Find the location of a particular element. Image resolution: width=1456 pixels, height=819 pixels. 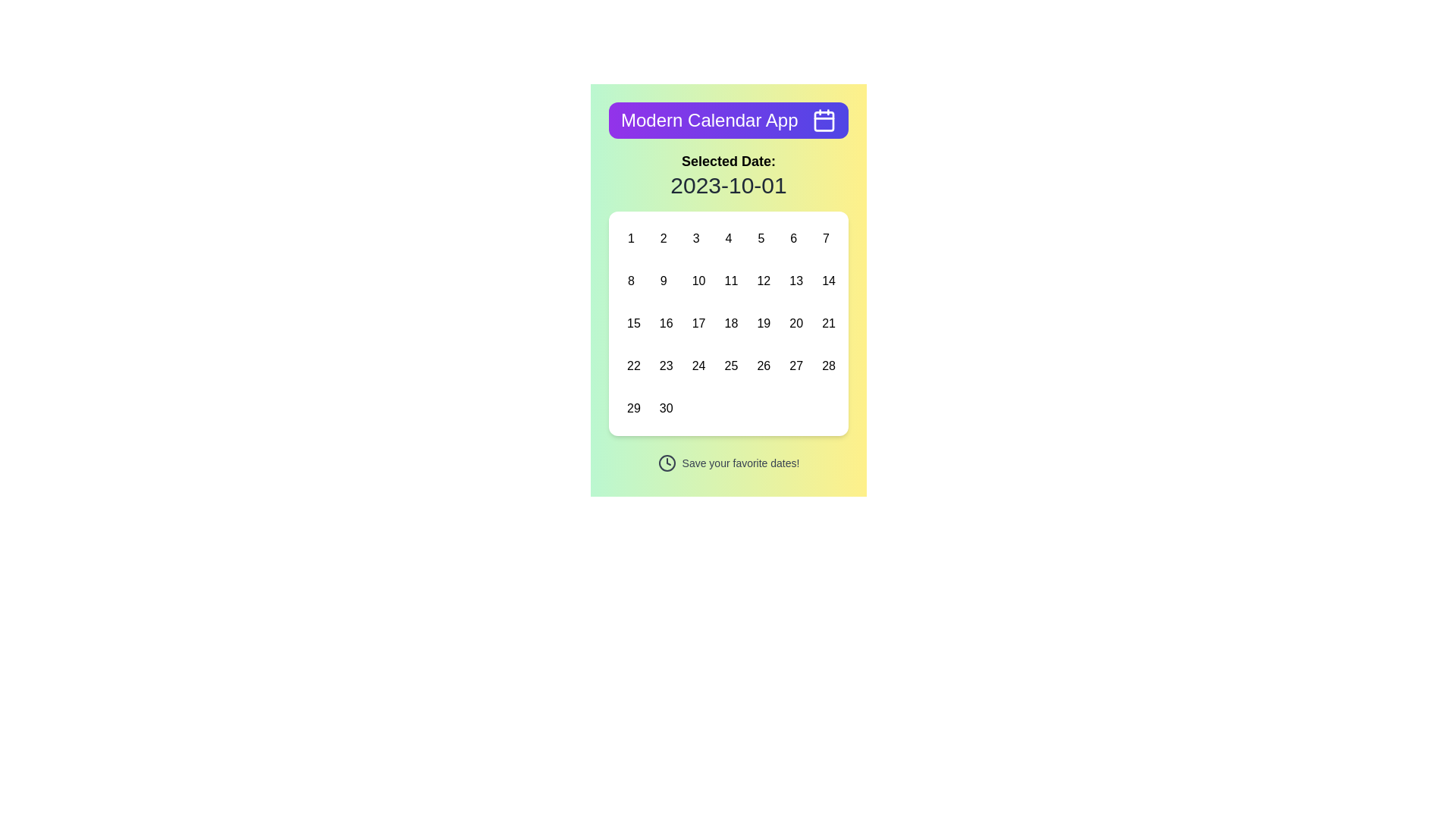

the button displaying the number '11' in the calendar layout is located at coordinates (728, 281).